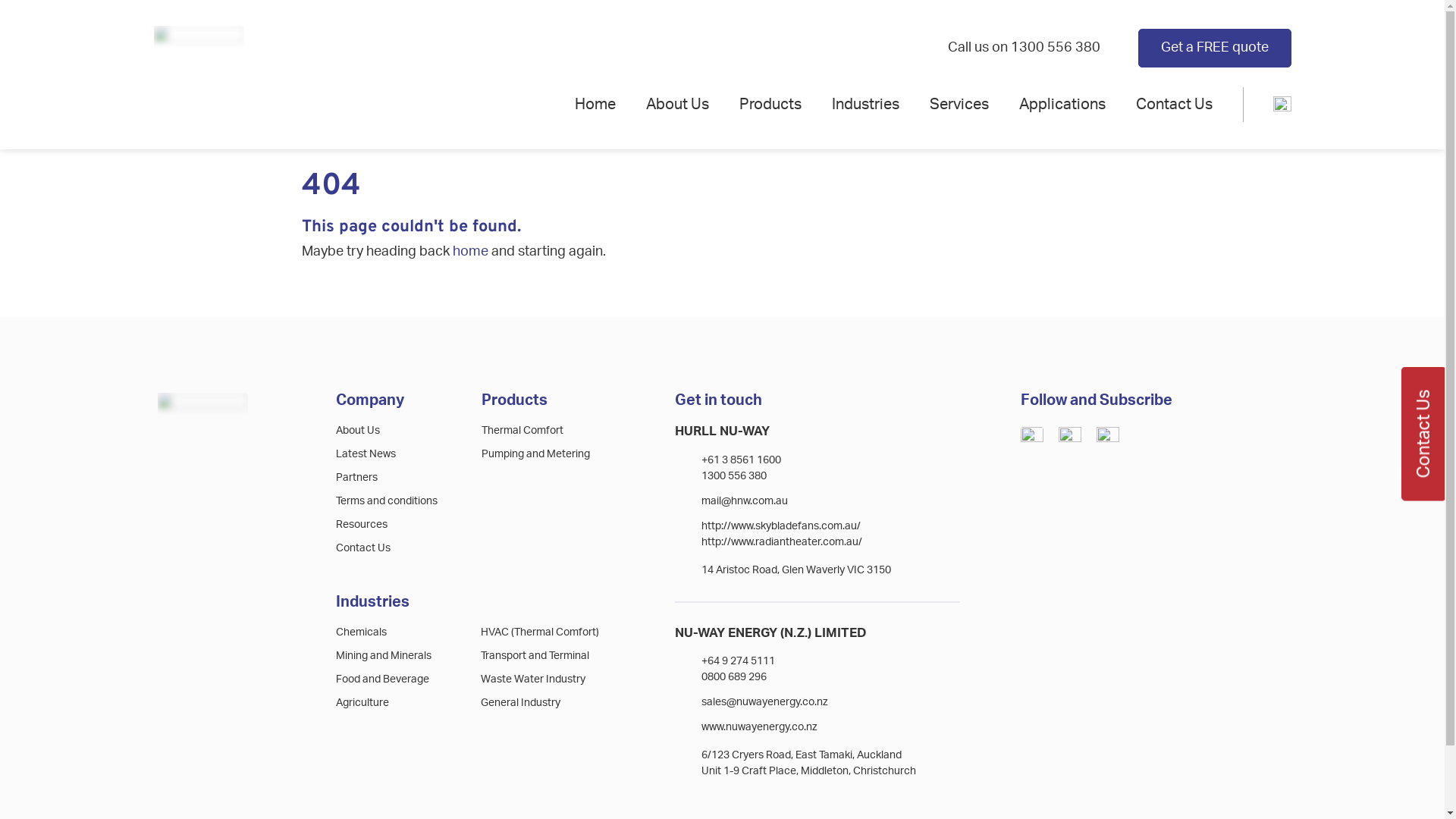 This screenshot has width=1456, height=819. Describe the element at coordinates (734, 475) in the screenshot. I see `'1300 556 380'` at that location.